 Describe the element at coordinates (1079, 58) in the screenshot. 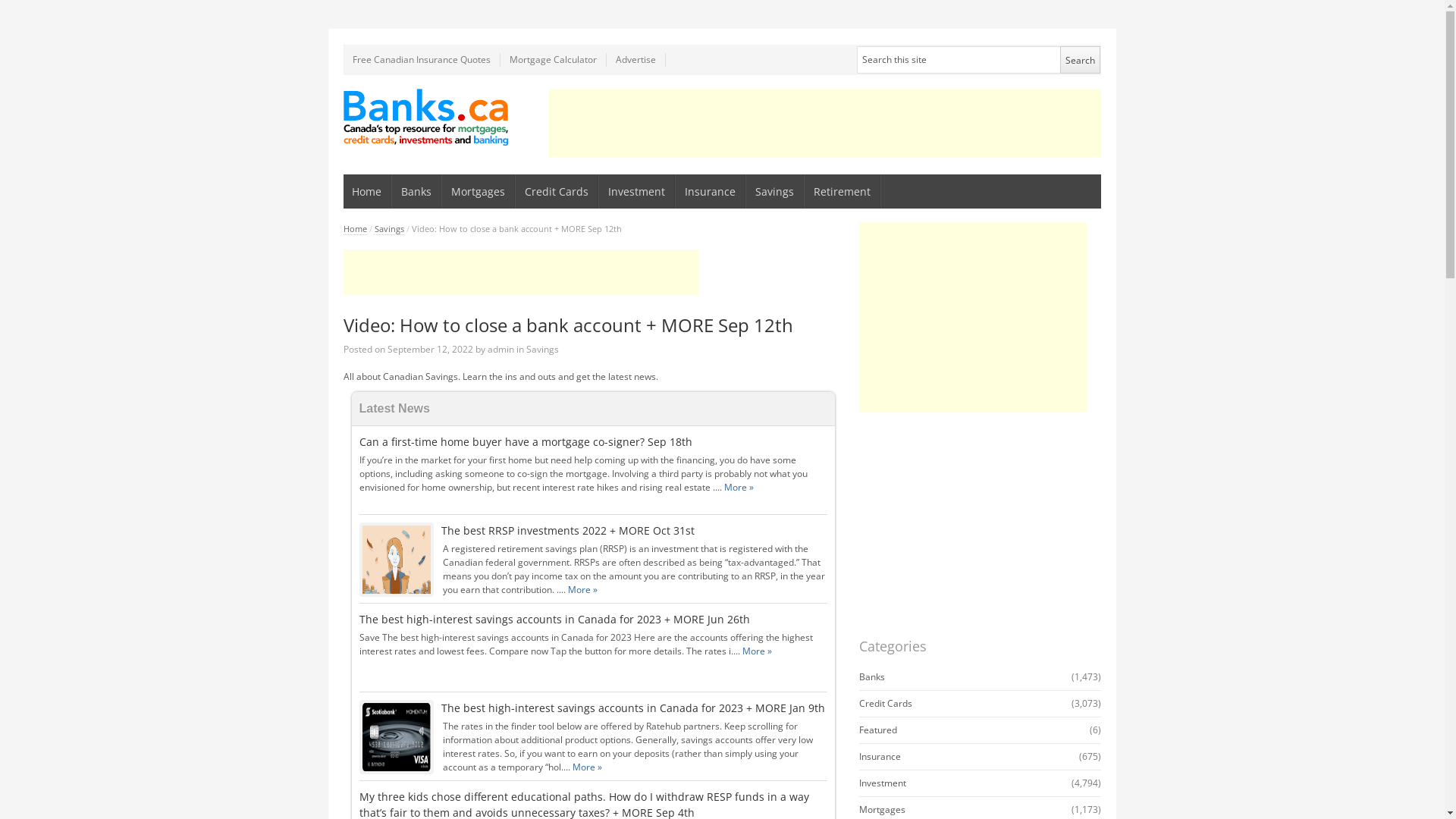

I see `'Search'` at that location.